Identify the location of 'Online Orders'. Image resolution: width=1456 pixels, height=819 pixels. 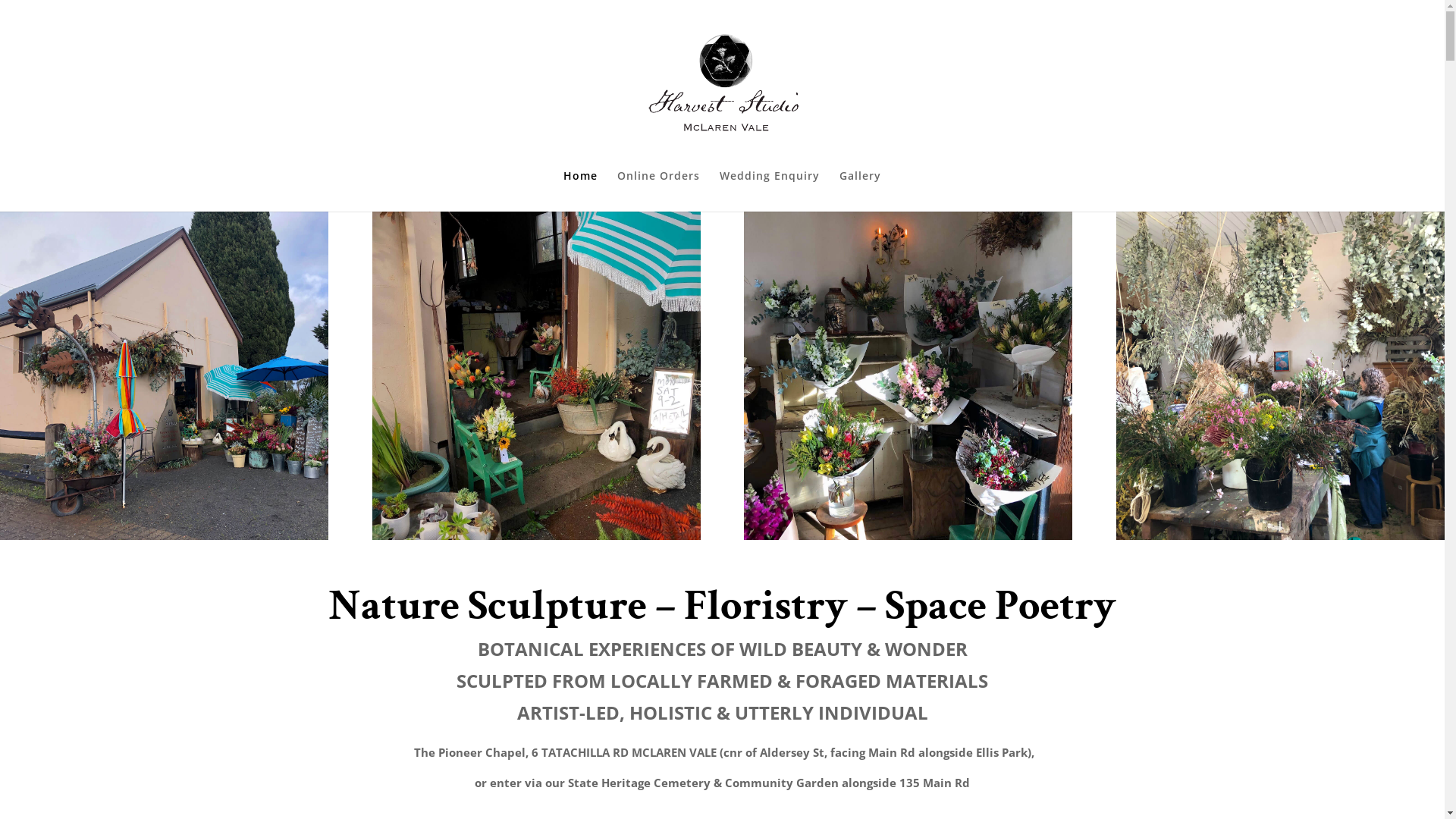
(658, 190).